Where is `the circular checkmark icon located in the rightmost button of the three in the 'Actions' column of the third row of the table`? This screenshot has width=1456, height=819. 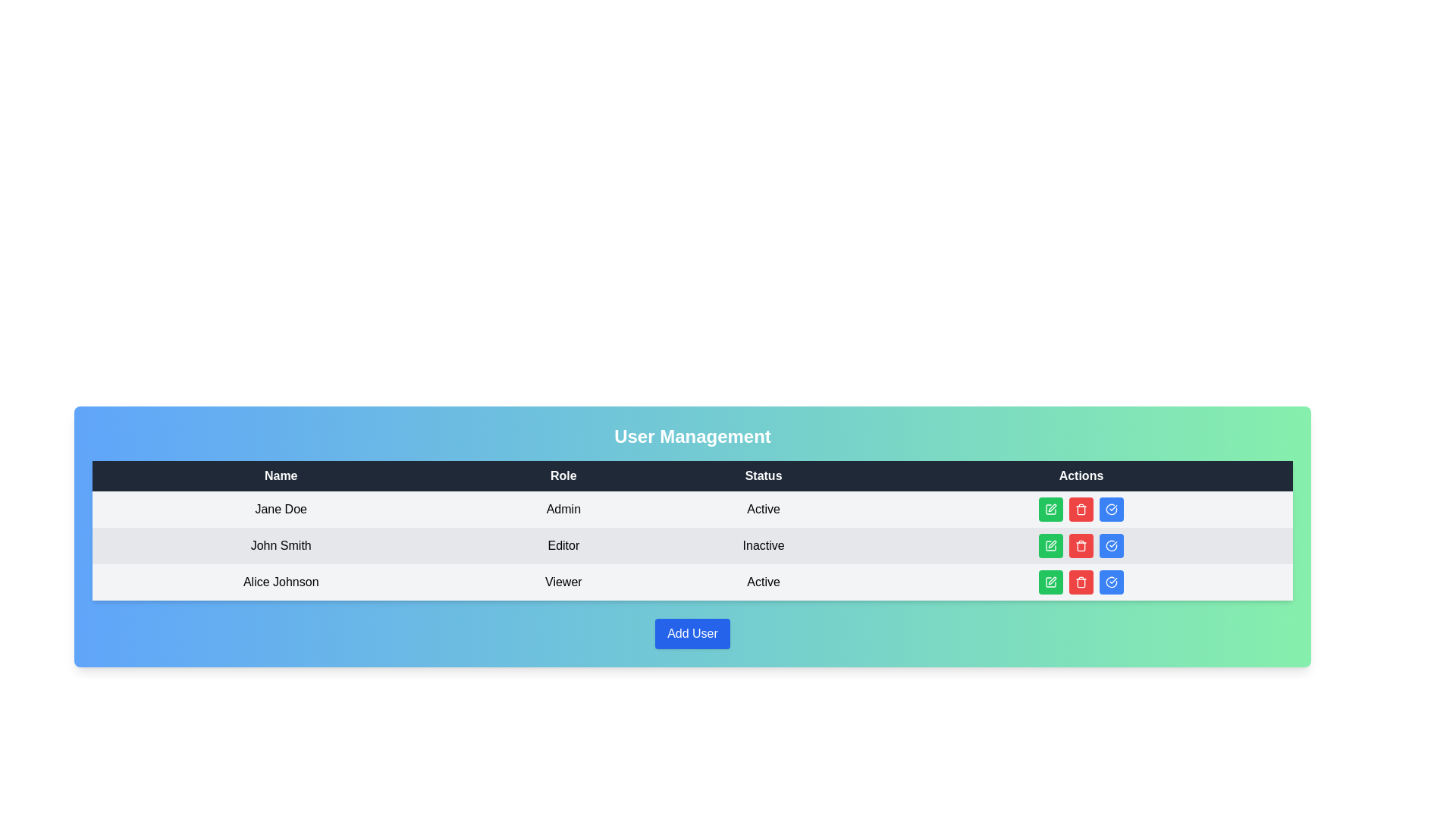 the circular checkmark icon located in the rightmost button of the three in the 'Actions' column of the third row of the table is located at coordinates (1111, 546).